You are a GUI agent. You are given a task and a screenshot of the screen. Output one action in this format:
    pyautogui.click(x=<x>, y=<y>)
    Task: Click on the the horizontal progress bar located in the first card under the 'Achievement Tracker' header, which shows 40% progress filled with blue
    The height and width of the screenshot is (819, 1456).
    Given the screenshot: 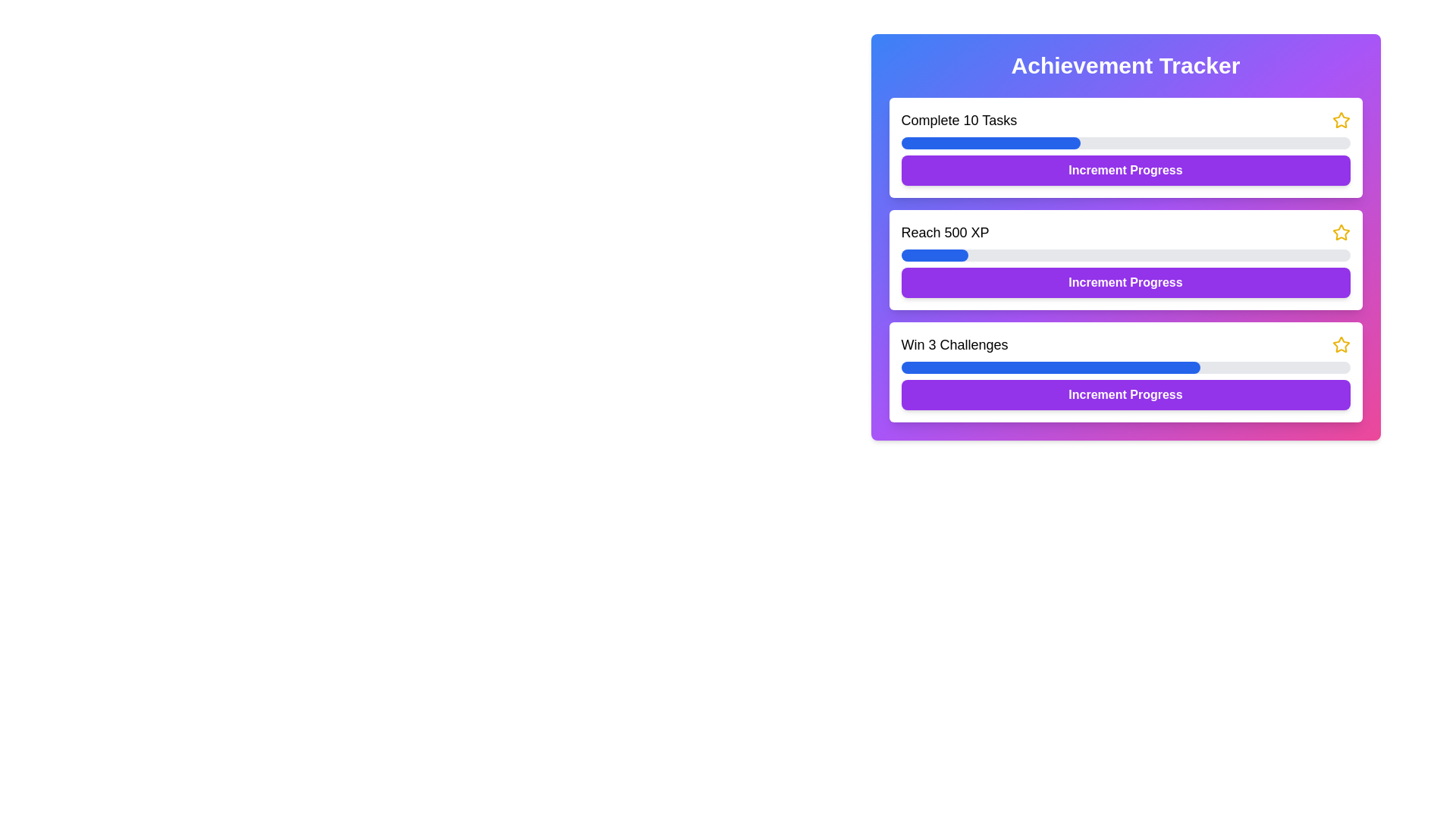 What is the action you would take?
    pyautogui.click(x=1125, y=143)
    